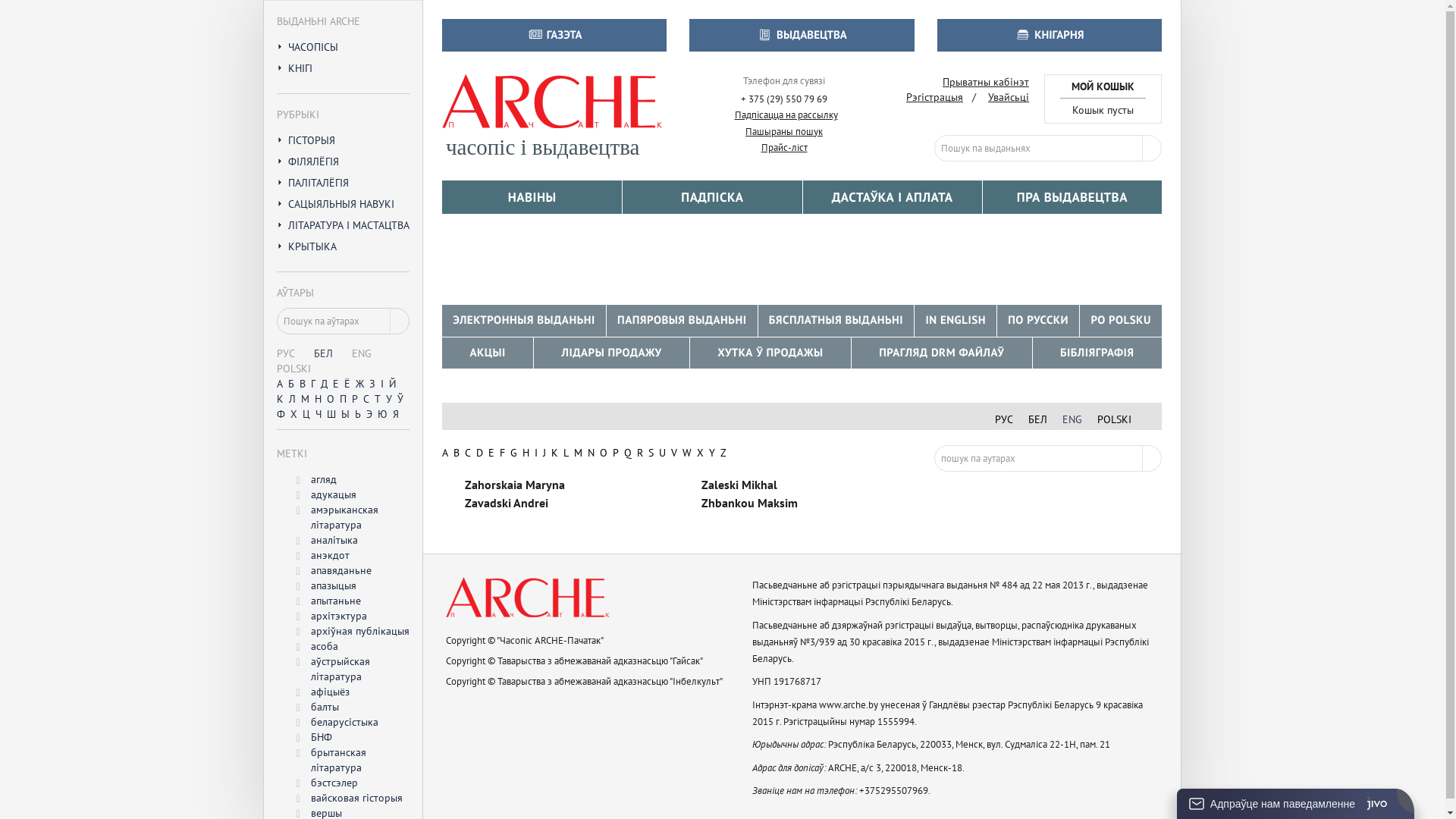  Describe the element at coordinates (1072, 419) in the screenshot. I see `'ENG'` at that location.